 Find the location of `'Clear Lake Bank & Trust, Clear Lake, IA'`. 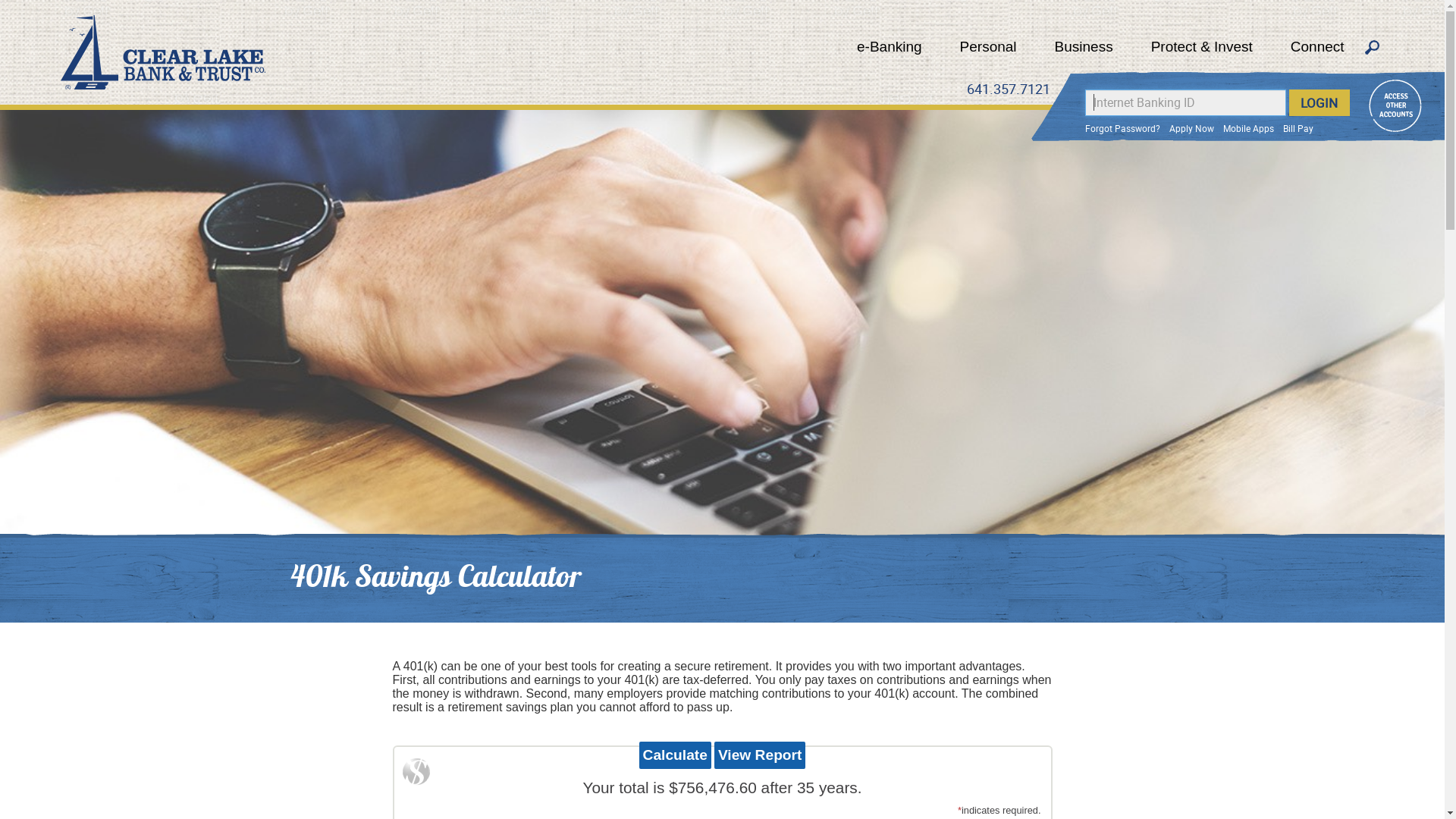

'Clear Lake Bank & Trust, Clear Lake, IA' is located at coordinates (163, 52).